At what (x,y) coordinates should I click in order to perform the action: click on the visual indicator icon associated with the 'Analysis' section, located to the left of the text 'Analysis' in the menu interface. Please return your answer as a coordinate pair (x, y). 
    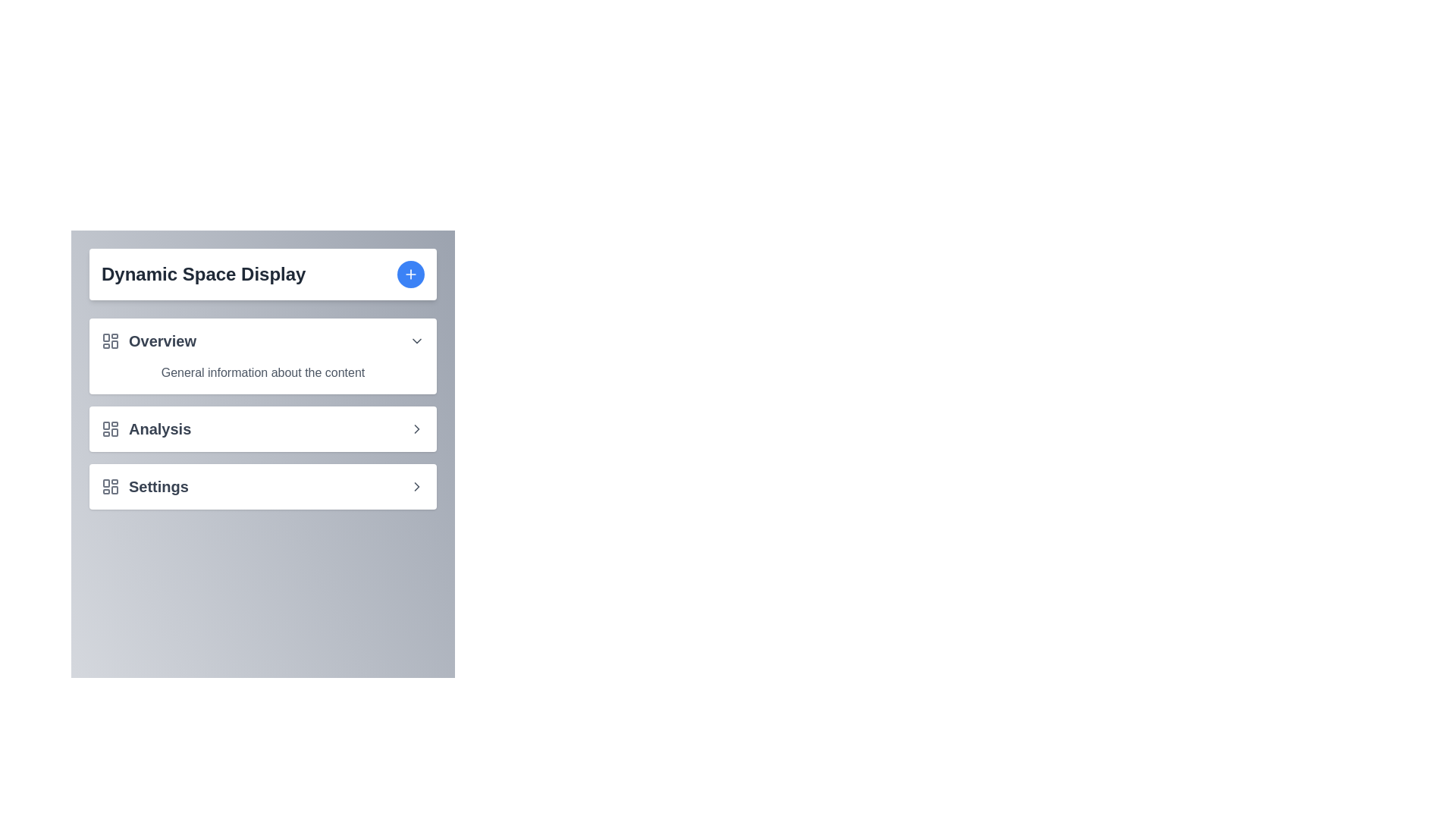
    Looking at the image, I should click on (109, 429).